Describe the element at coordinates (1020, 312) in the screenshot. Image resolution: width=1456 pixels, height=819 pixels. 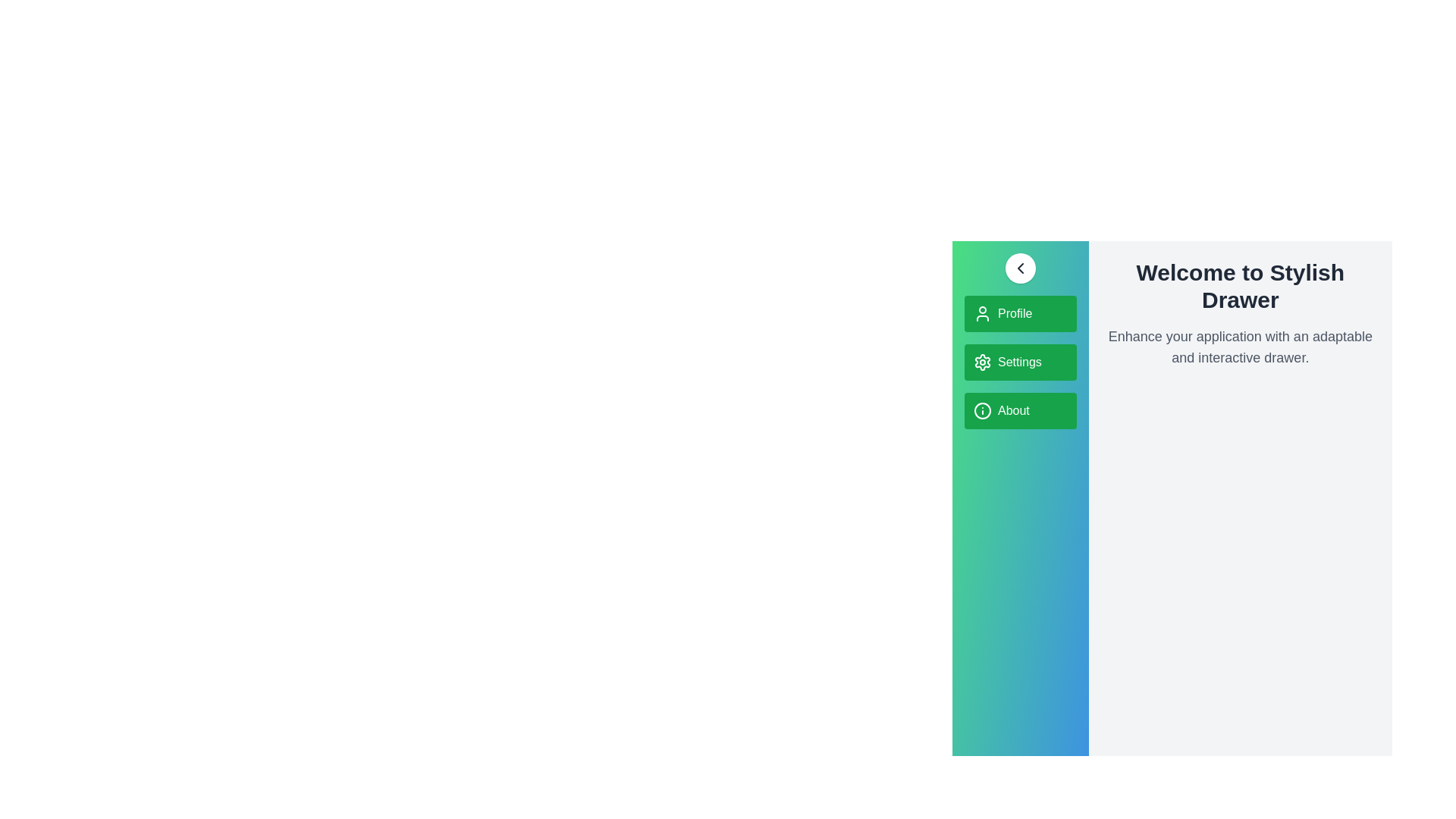
I see `the menu item Profile in the StylishDrawer` at that location.